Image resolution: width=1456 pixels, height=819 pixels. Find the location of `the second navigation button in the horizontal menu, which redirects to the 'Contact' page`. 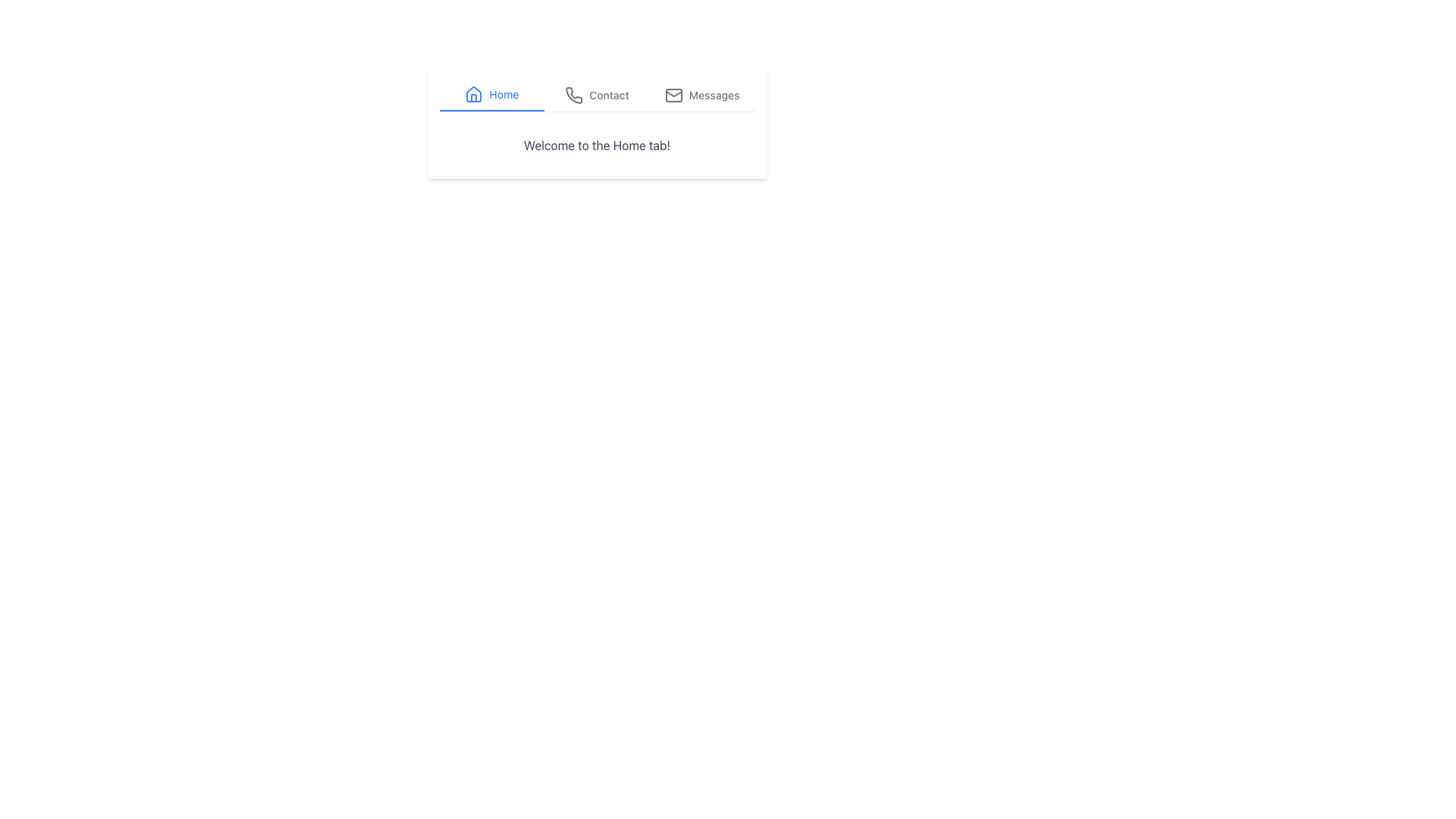

the second navigation button in the horizontal menu, which redirects to the 'Contact' page is located at coordinates (596, 96).